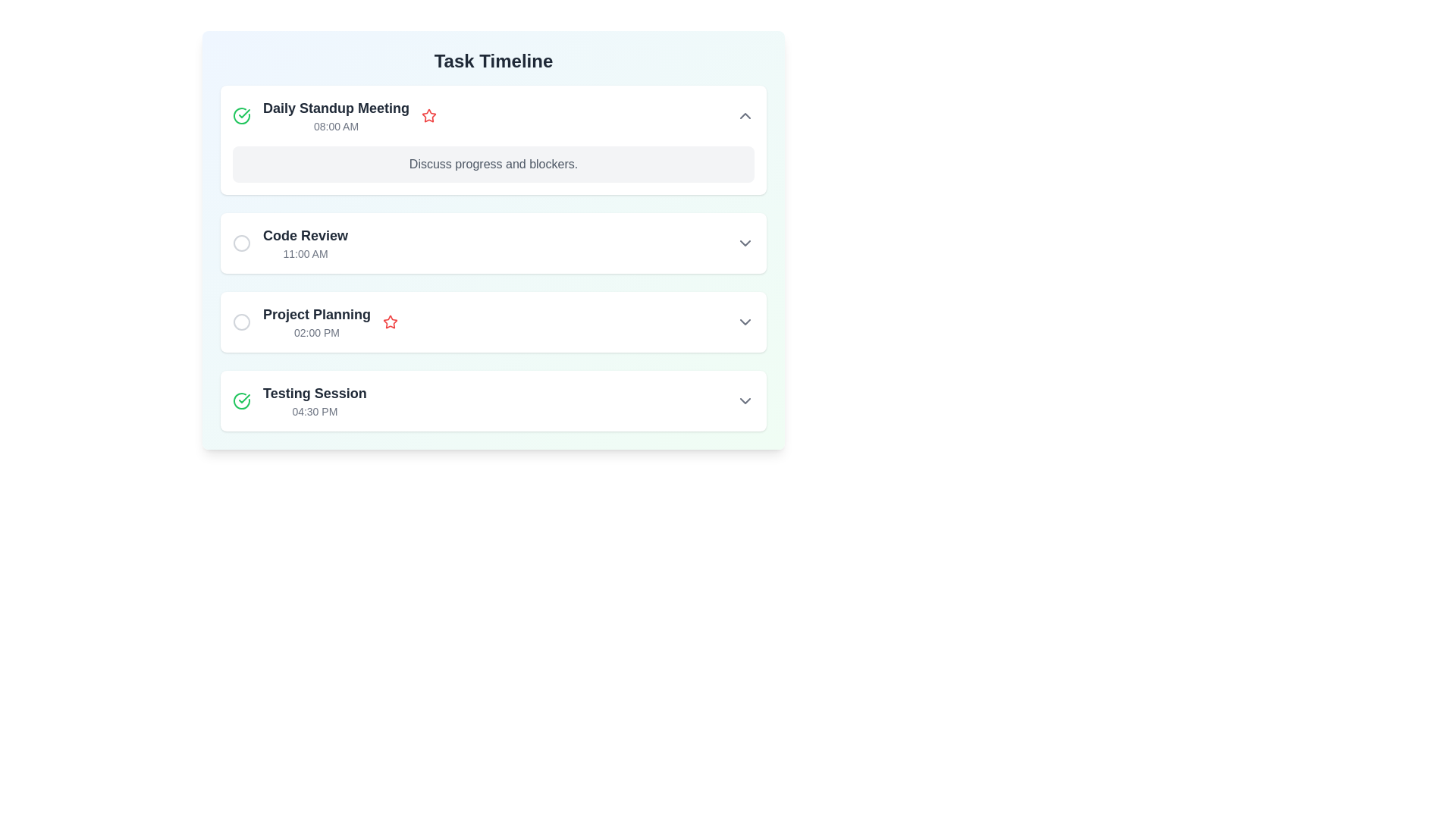 The height and width of the screenshot is (819, 1456). Describe the element at coordinates (390, 321) in the screenshot. I see `the red star icon located to the right of the 'Project Planning' title in the 'Task Timeline' section` at that location.